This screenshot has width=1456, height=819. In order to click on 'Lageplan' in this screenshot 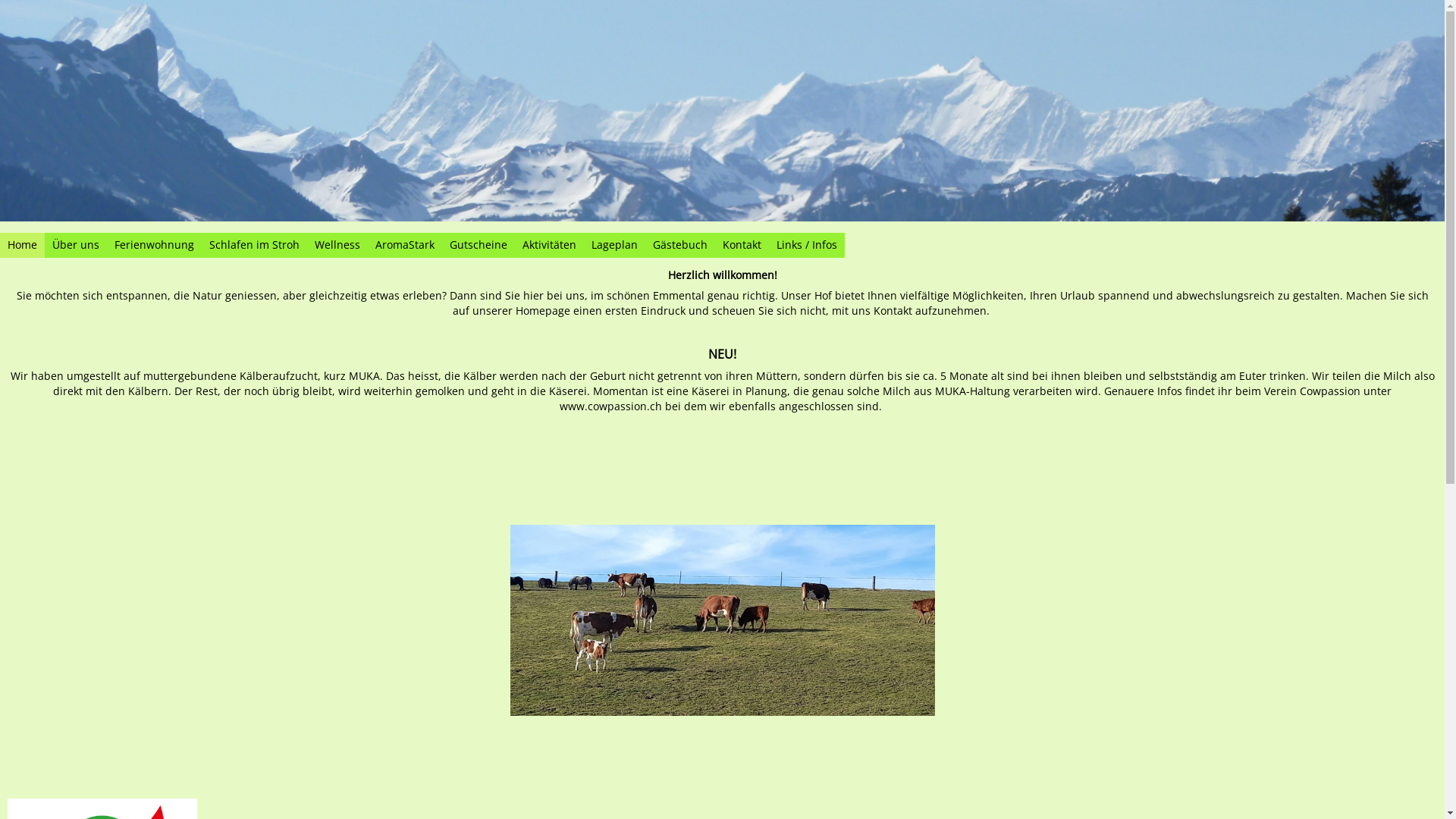, I will do `click(582, 244)`.